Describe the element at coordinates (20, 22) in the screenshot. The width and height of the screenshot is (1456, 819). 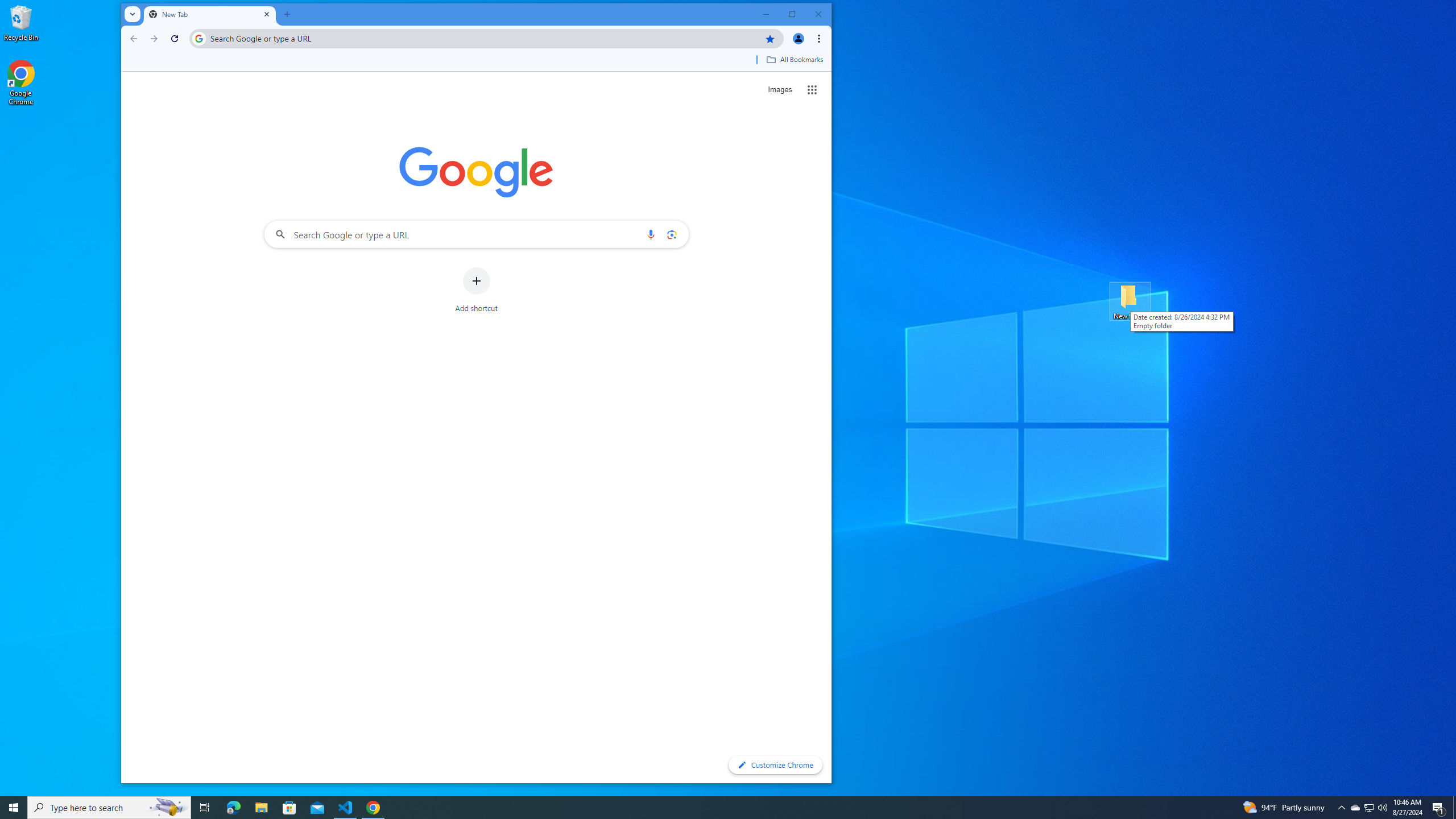
I see `'Recycle Bin'` at that location.